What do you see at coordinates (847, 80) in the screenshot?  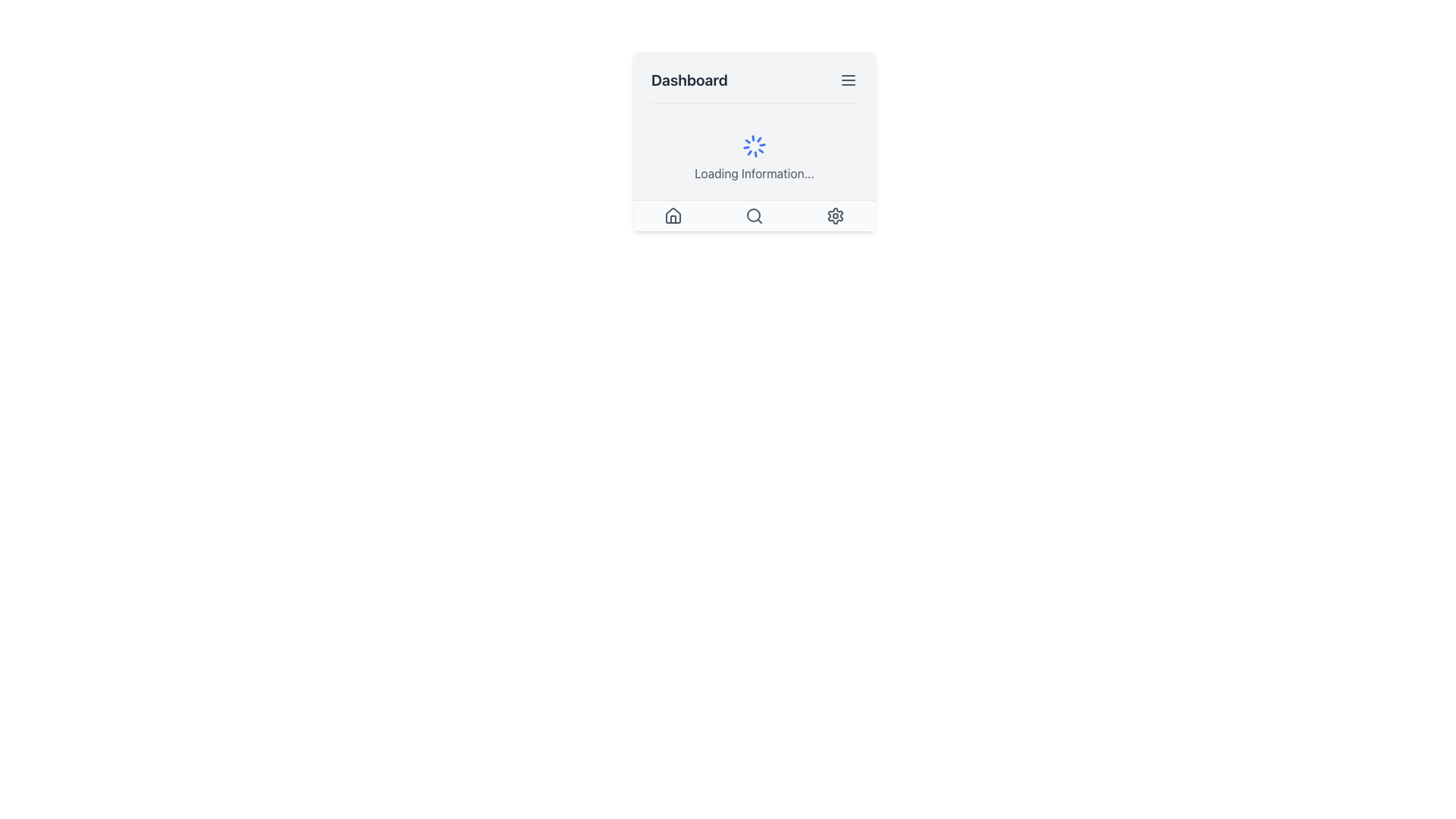 I see `the gray icon with three horizontal lines stacked vertically, located to the right of the 'Dashboard' label in the header section` at bounding box center [847, 80].